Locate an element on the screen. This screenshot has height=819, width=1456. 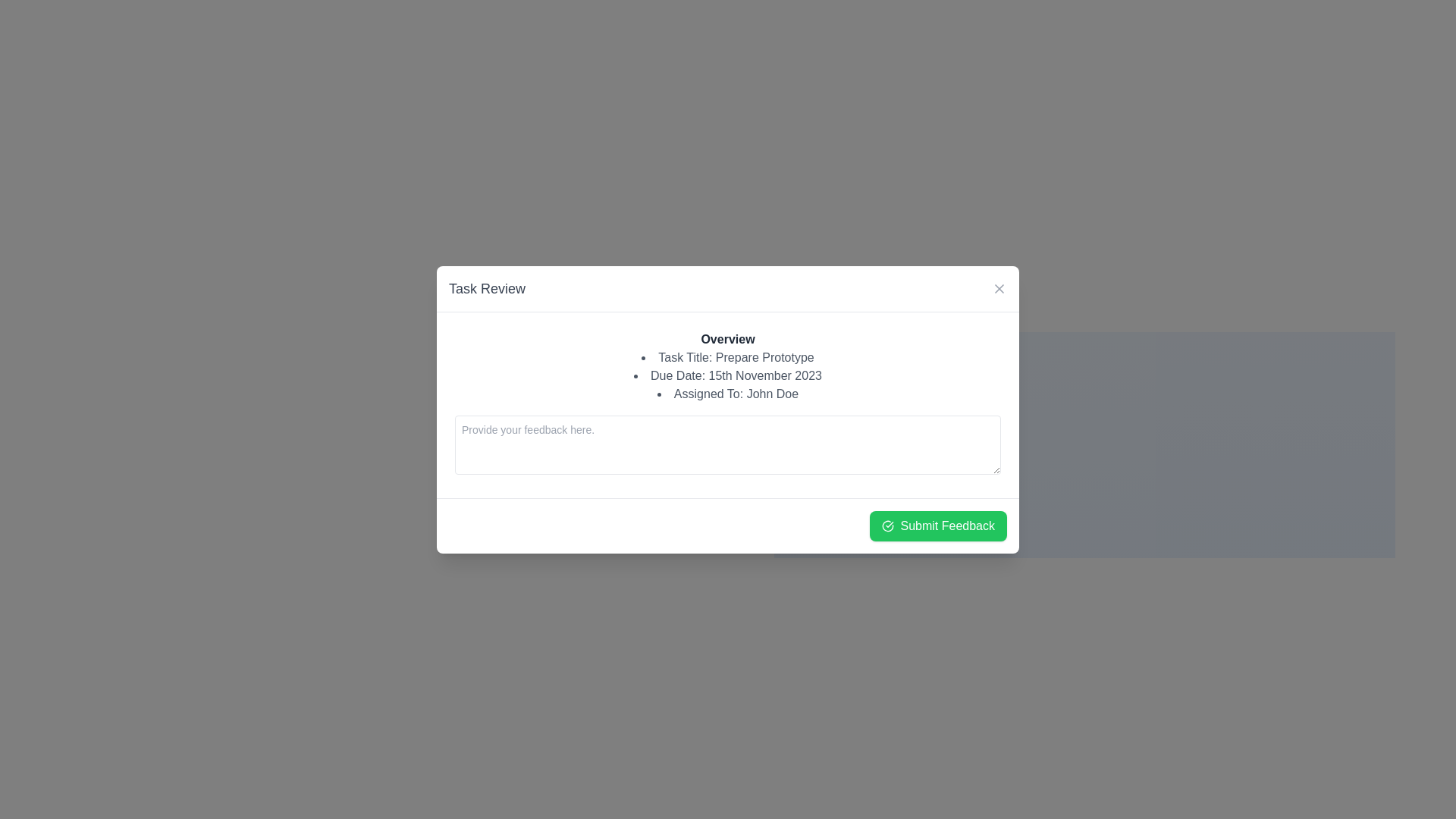
the submit feedback button located at the bottom-right corner of the 'Task Review' modal dialog to change its color is located at coordinates (937, 525).